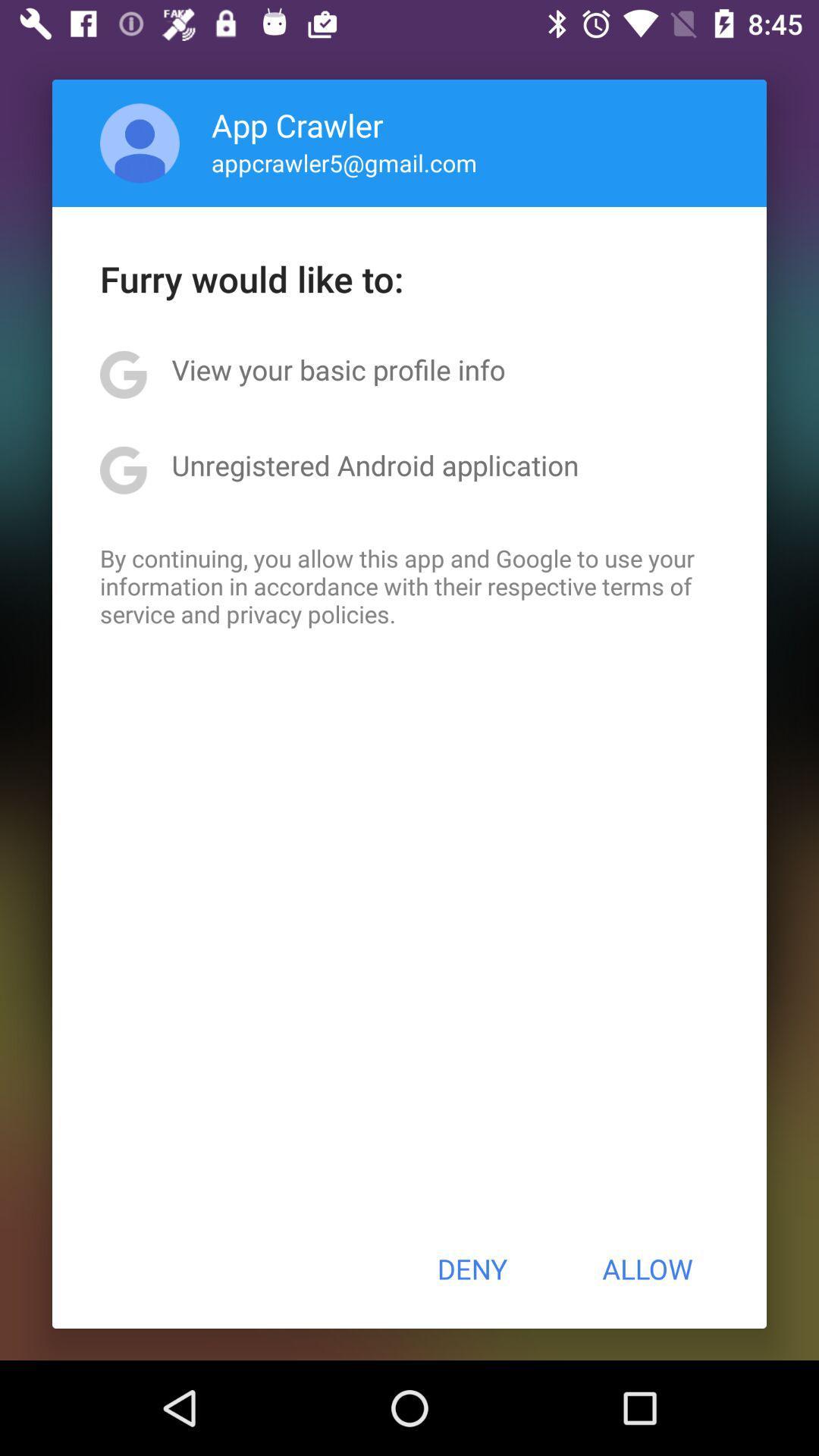 Image resolution: width=819 pixels, height=1456 pixels. I want to click on the appcrawler5@gmail.com item, so click(344, 162).